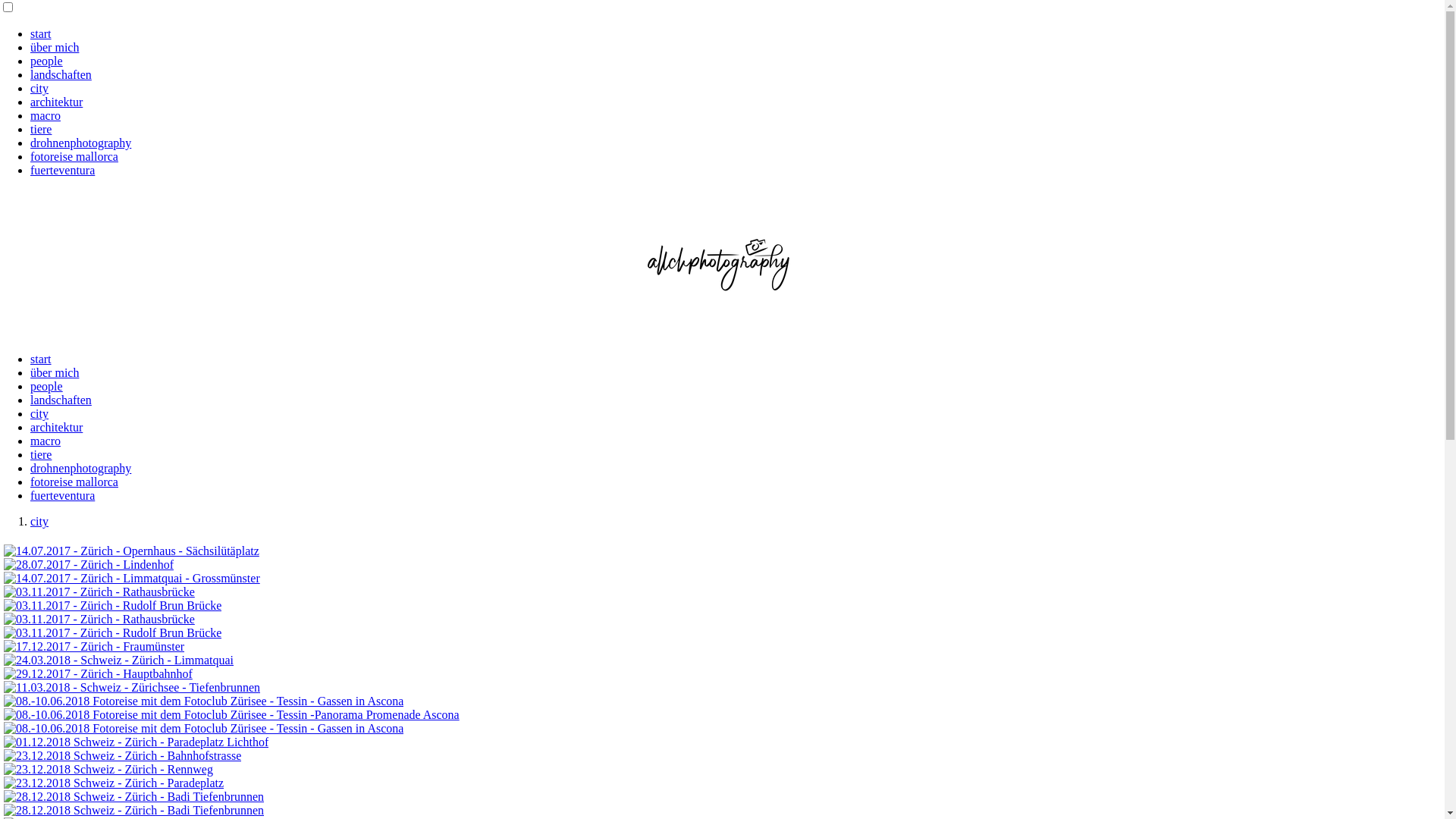  What do you see at coordinates (45, 115) in the screenshot?
I see `'macro'` at bounding box center [45, 115].